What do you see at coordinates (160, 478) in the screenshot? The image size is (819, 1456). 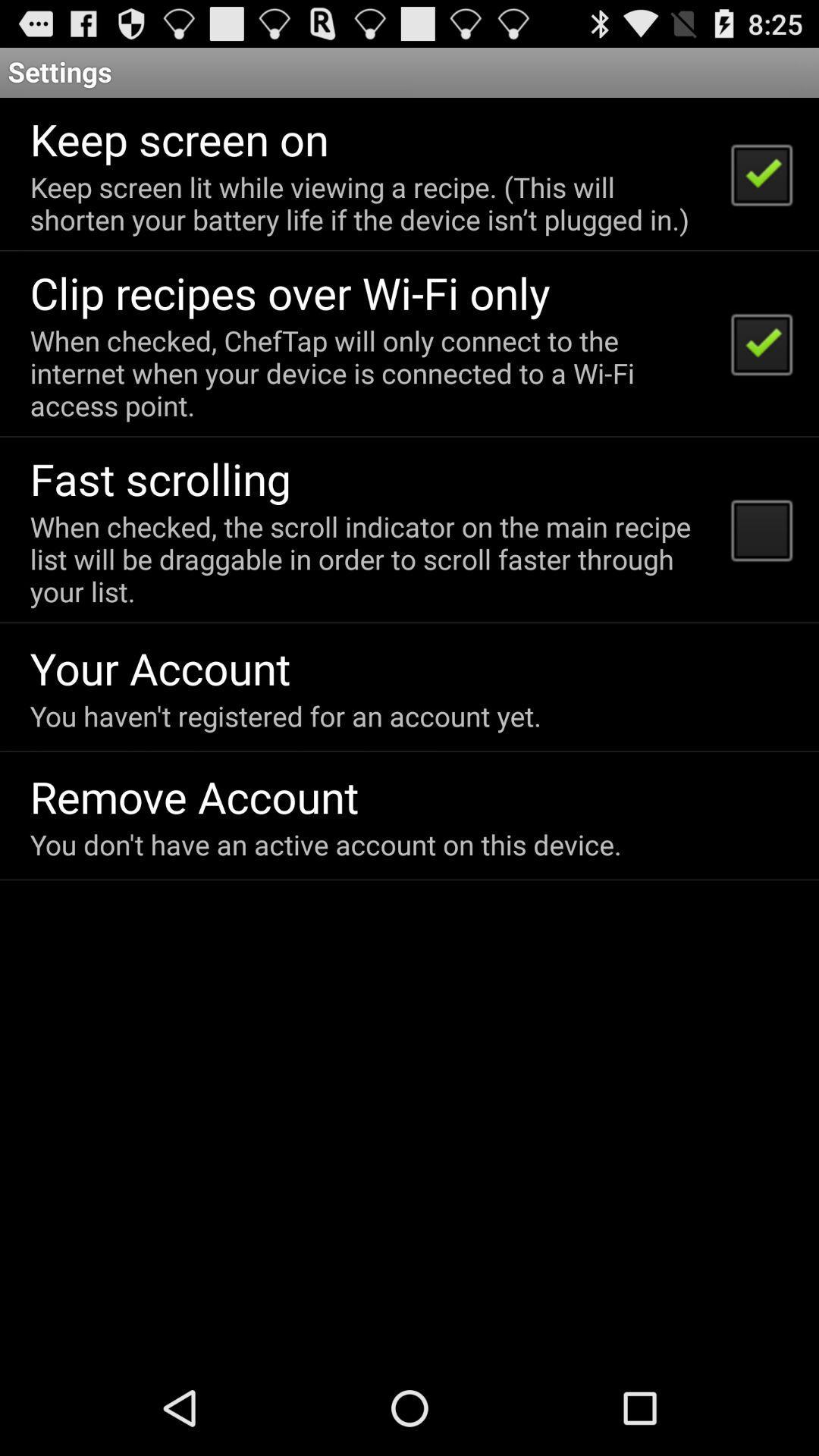 I see `app above the when checked the app` at bounding box center [160, 478].